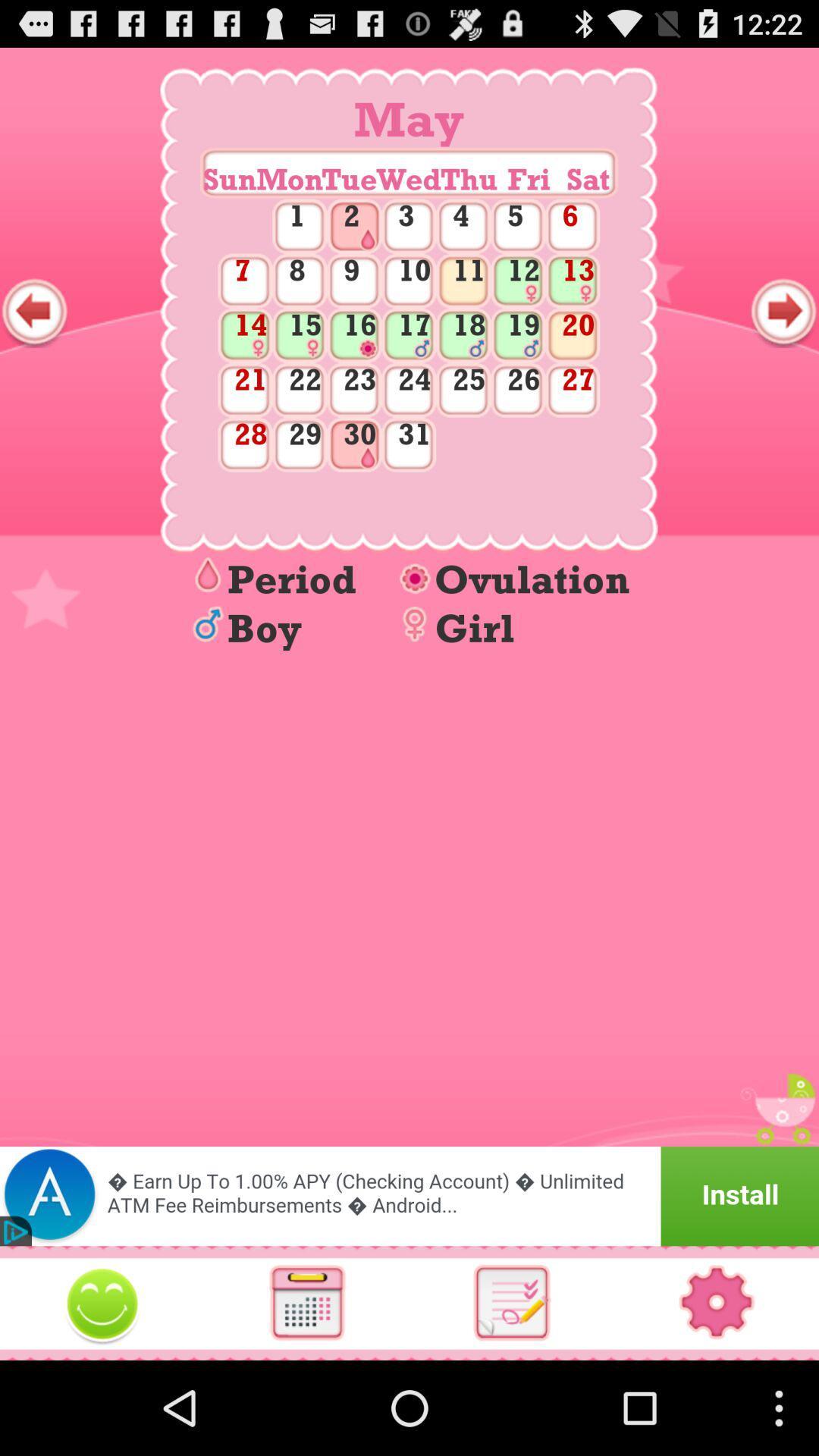 The image size is (819, 1456). Describe the element at coordinates (783, 311) in the screenshot. I see `next page` at that location.